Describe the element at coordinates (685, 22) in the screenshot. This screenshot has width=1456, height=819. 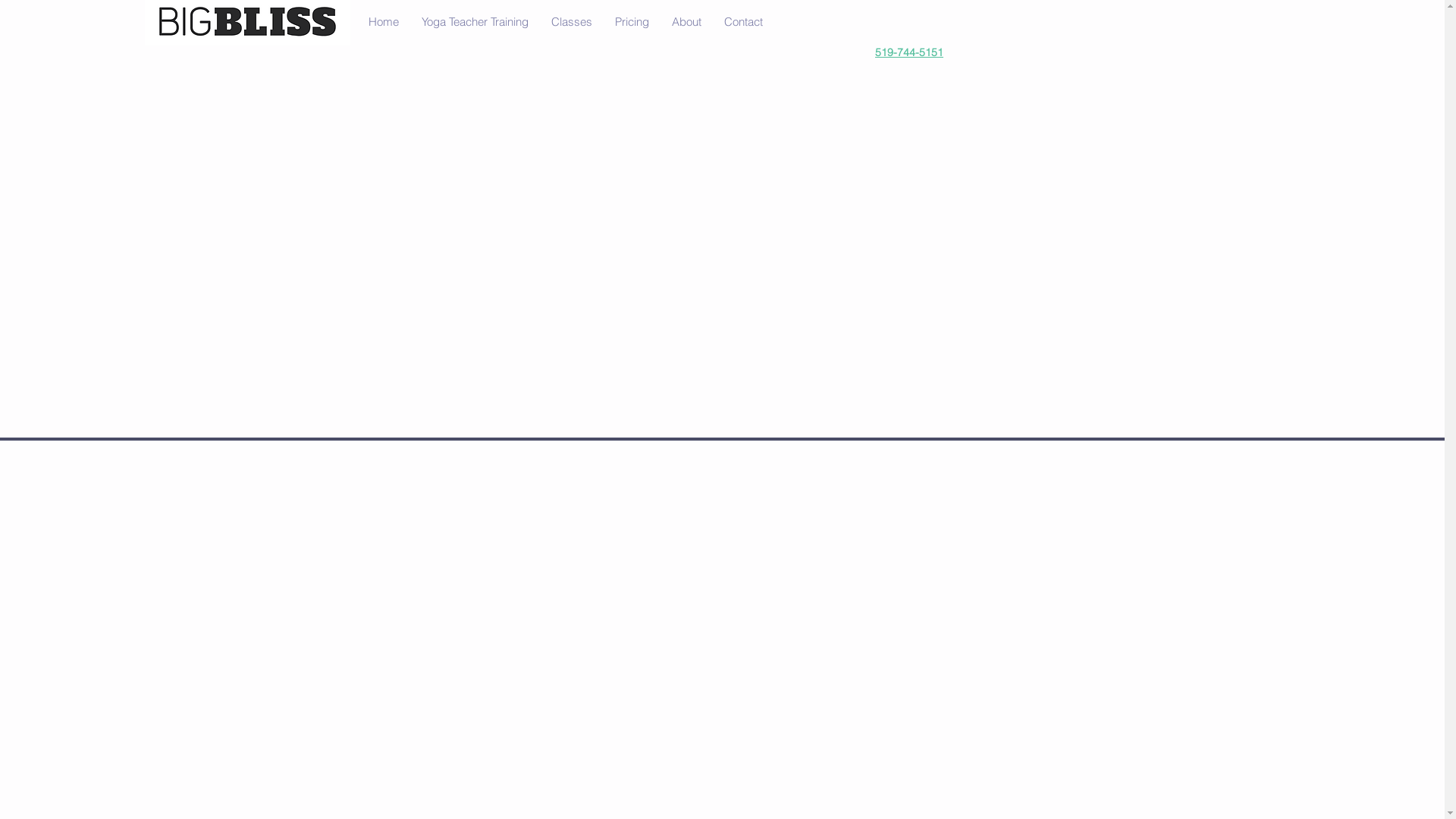
I see `'About'` at that location.